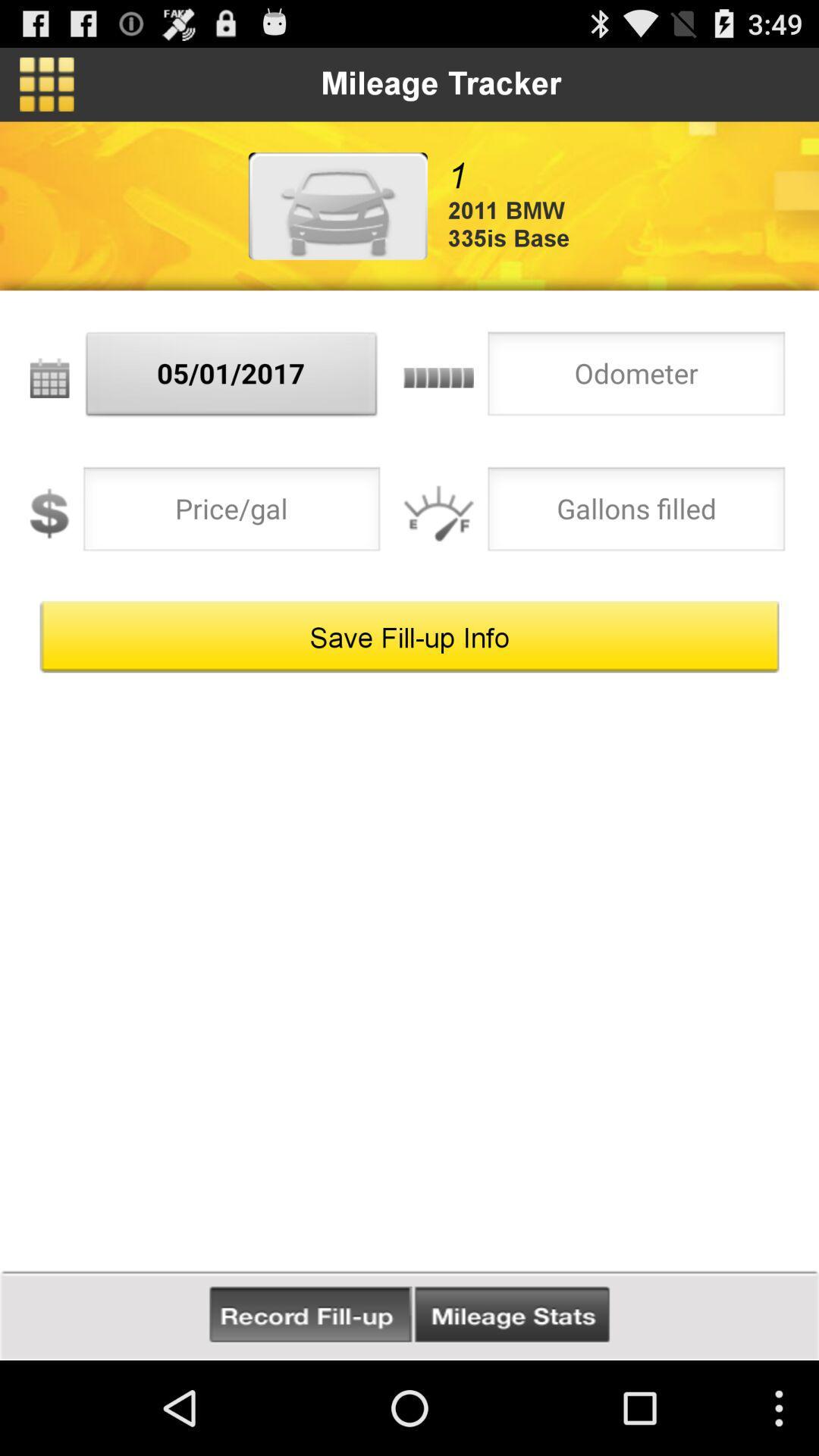  What do you see at coordinates (309, 1314) in the screenshot?
I see `record fill-up option` at bounding box center [309, 1314].